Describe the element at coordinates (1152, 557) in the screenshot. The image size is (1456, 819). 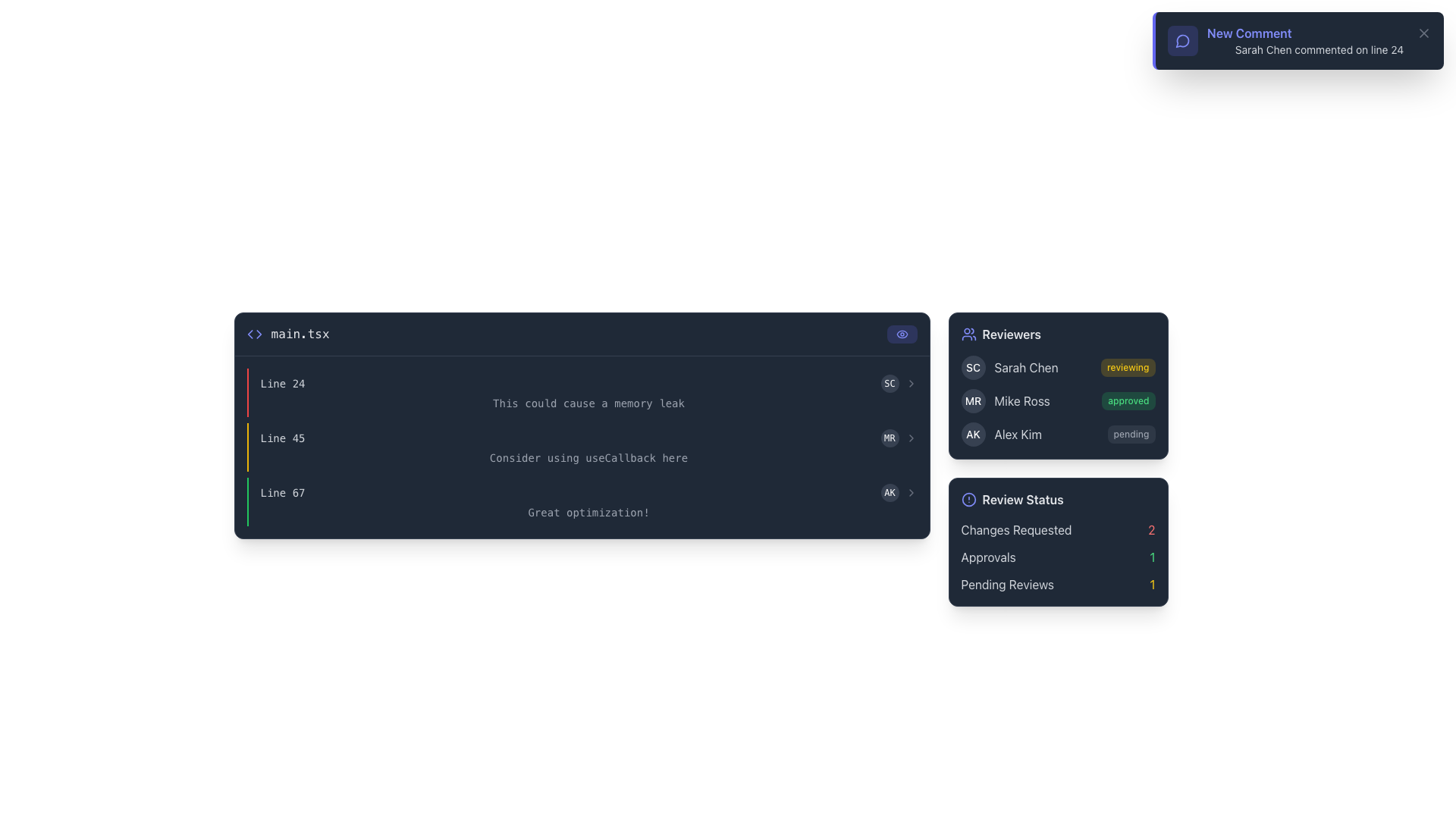
I see `the small green text displaying the number '1' located to the right of the 'Approvals' label in the 'Review Status' section` at that location.